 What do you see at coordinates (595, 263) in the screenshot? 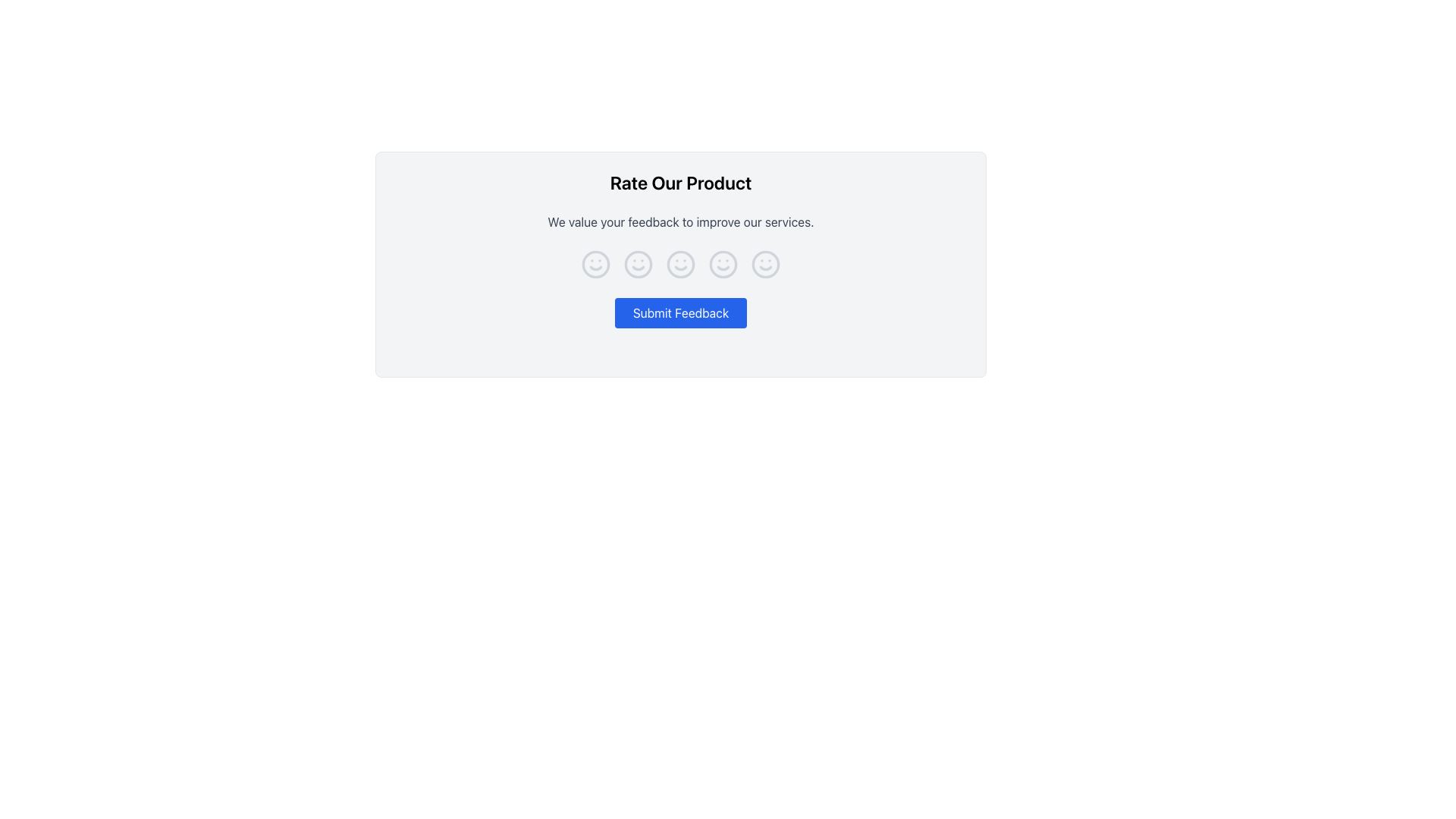
I see `the cursor over the Rating Icon` at bounding box center [595, 263].